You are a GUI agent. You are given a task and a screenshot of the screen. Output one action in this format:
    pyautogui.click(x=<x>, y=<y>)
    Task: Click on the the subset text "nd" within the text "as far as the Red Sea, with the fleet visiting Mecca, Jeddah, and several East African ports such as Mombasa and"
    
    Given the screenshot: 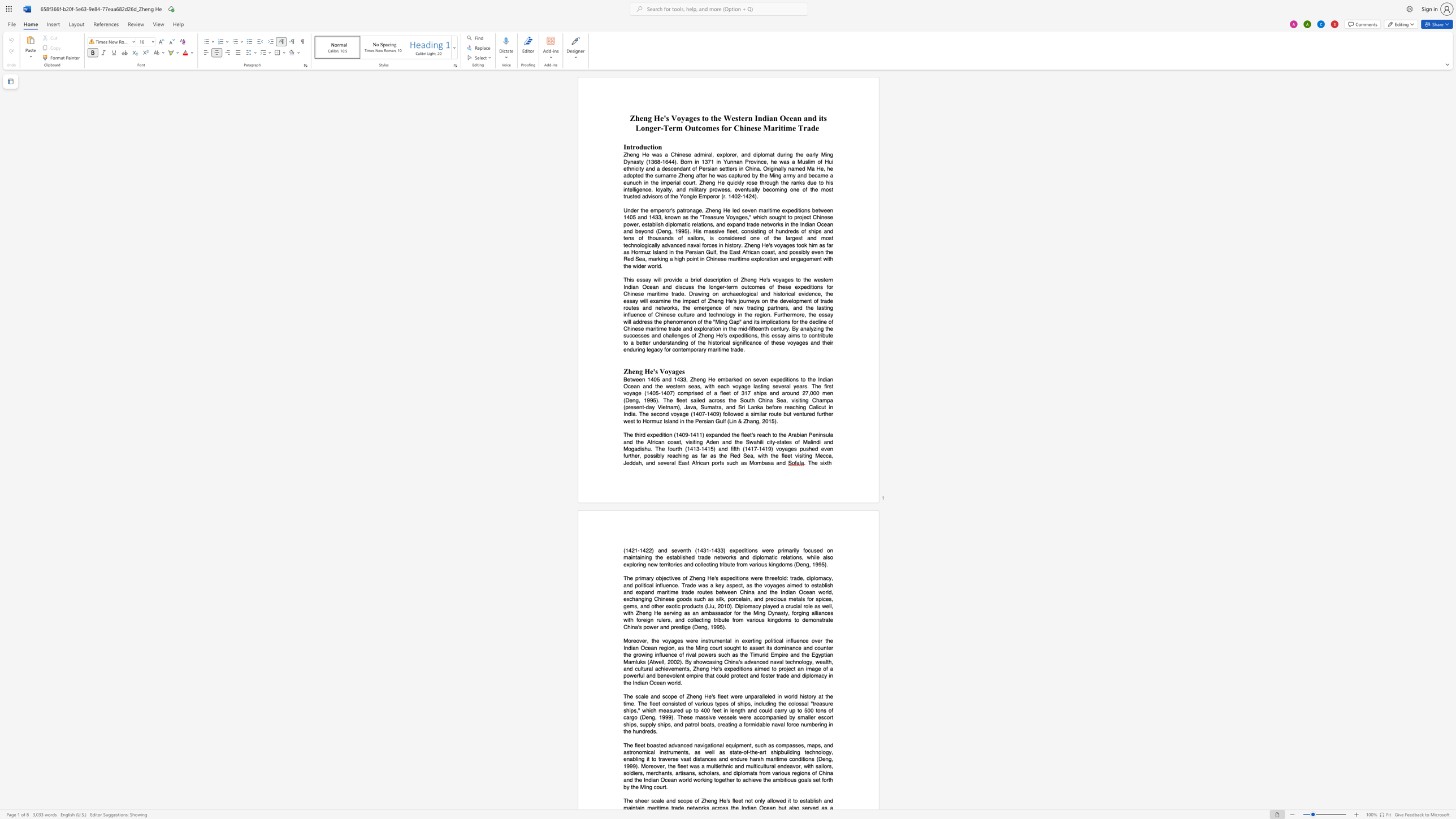 What is the action you would take?
    pyautogui.click(x=778, y=462)
    